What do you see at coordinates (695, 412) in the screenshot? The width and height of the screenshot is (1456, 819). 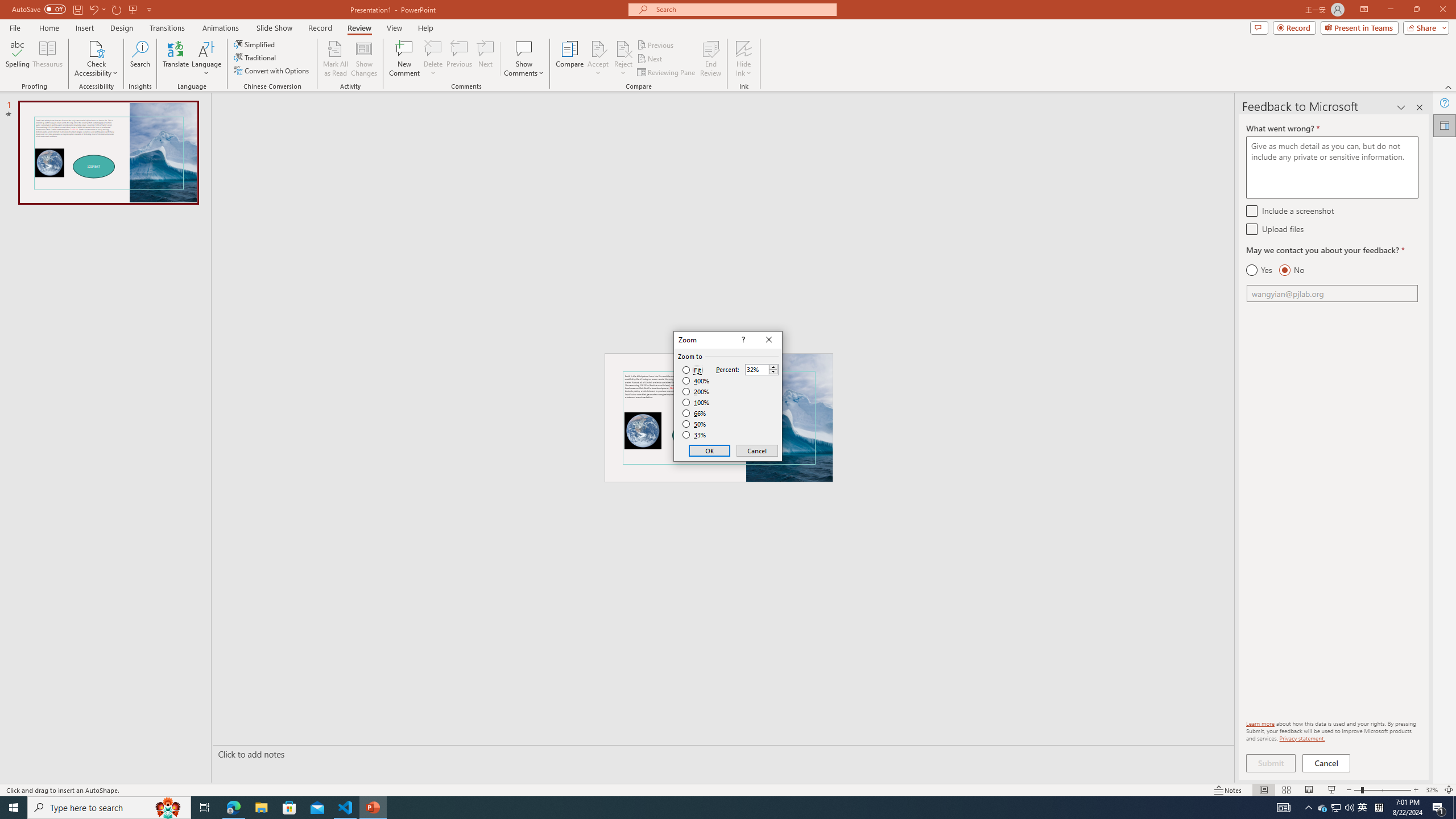 I see `'66%'` at bounding box center [695, 412].